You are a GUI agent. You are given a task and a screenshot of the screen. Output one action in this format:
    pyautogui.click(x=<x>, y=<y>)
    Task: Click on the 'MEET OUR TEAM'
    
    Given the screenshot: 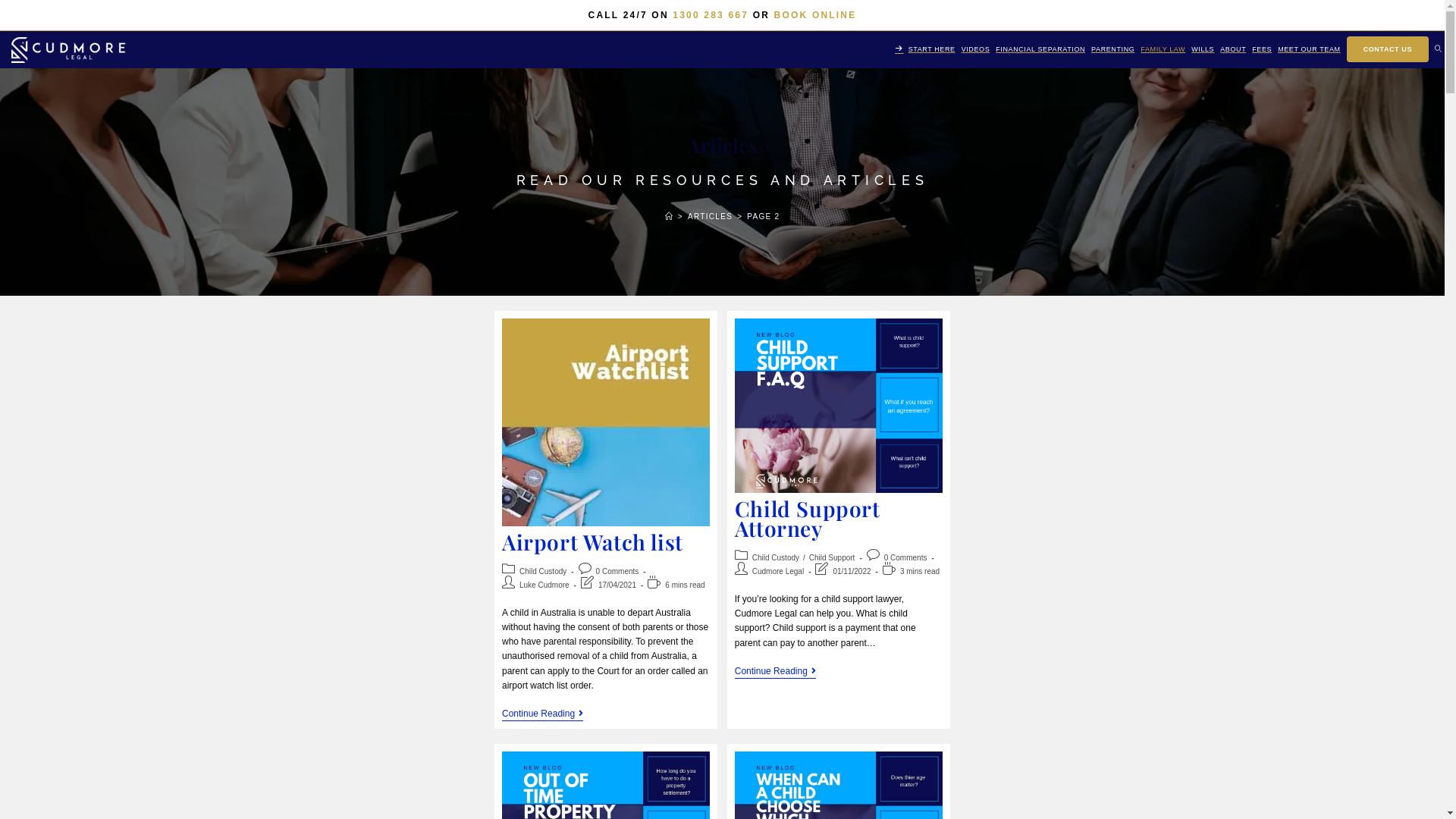 What is the action you would take?
    pyautogui.click(x=1308, y=49)
    